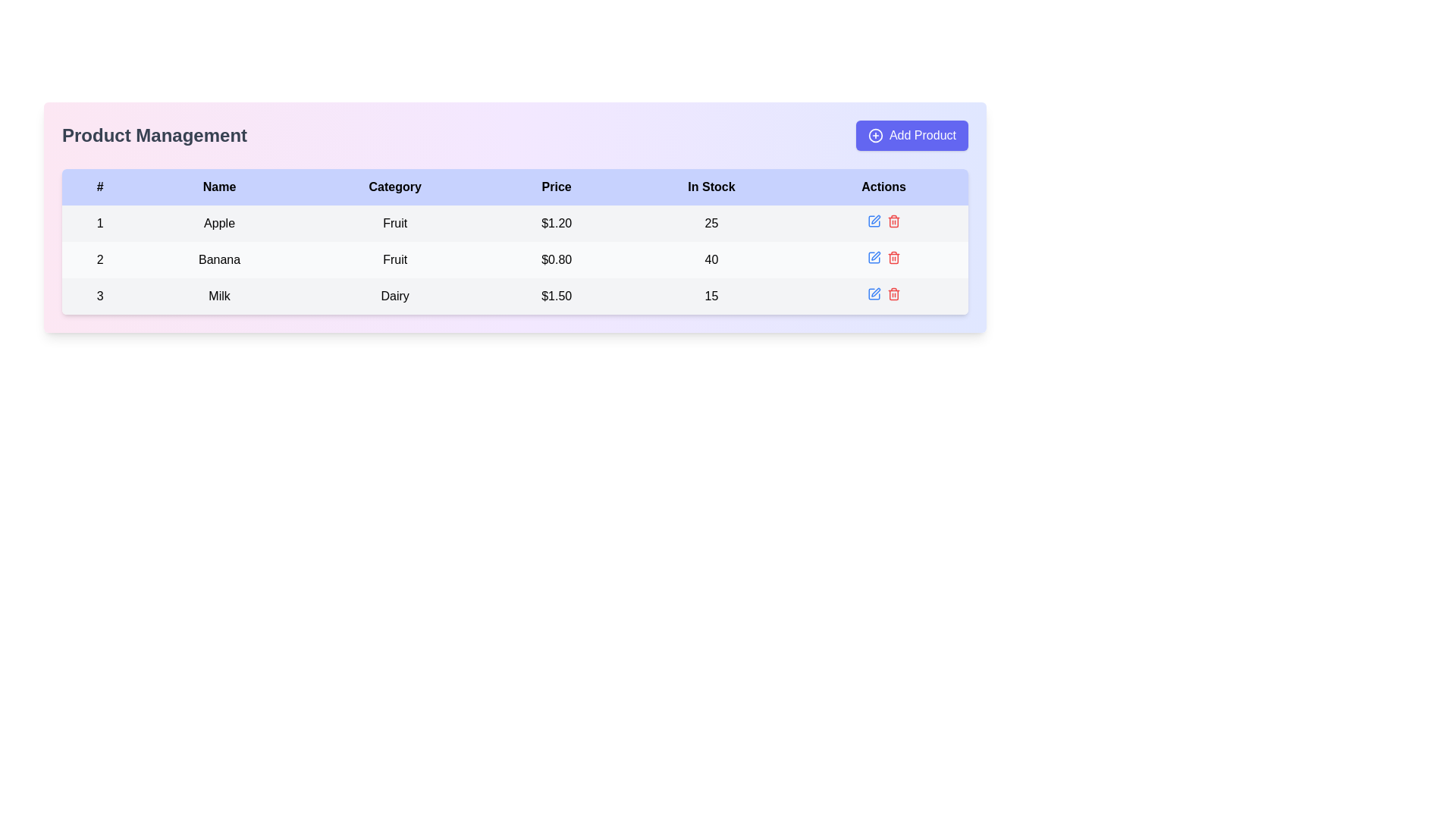 The width and height of the screenshot is (1456, 819). I want to click on the 'Fruit' text label located in the 'Category' column of the table corresponding to the product 'Apple', so click(395, 223).